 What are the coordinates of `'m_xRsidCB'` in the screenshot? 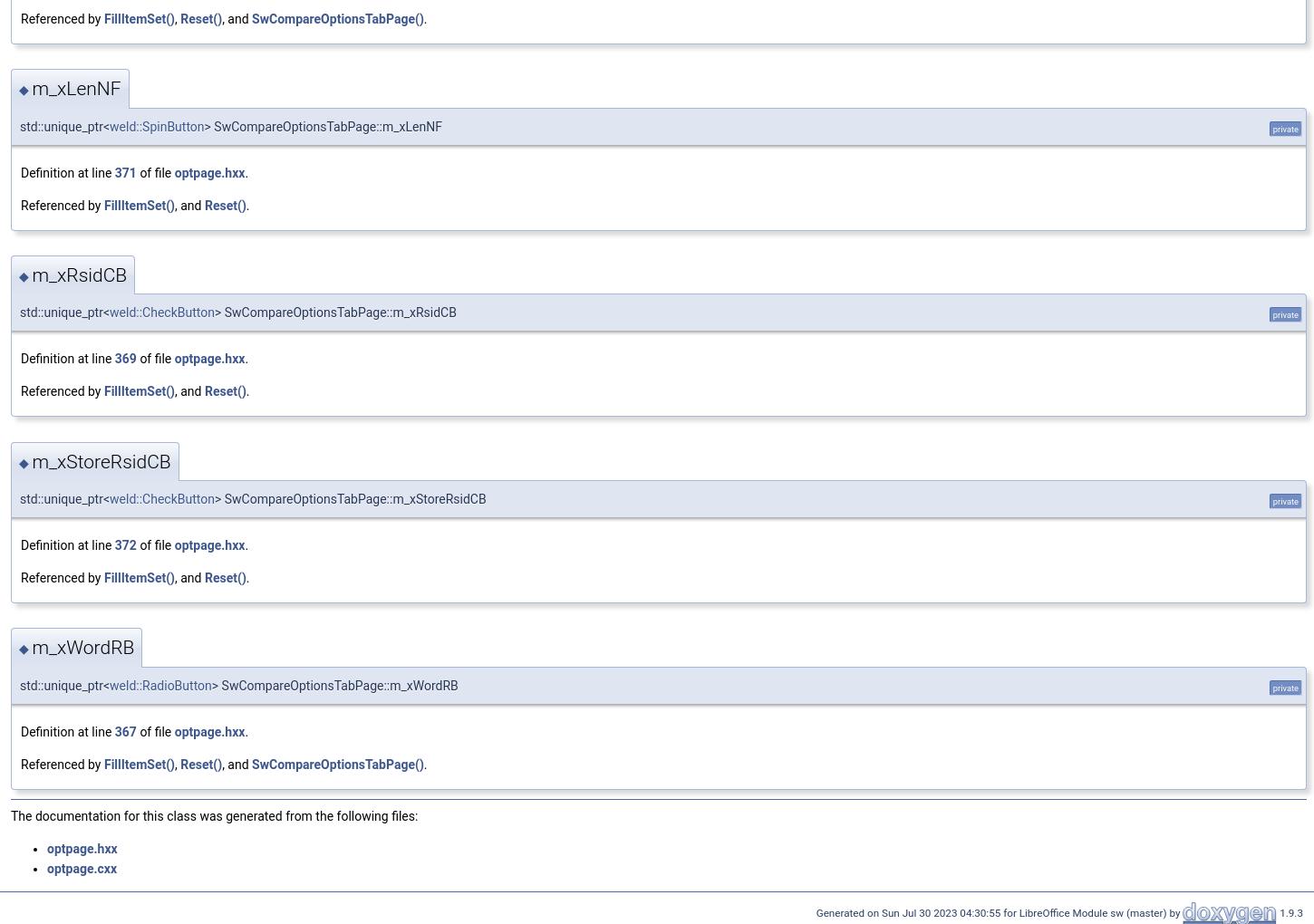 It's located at (79, 274).